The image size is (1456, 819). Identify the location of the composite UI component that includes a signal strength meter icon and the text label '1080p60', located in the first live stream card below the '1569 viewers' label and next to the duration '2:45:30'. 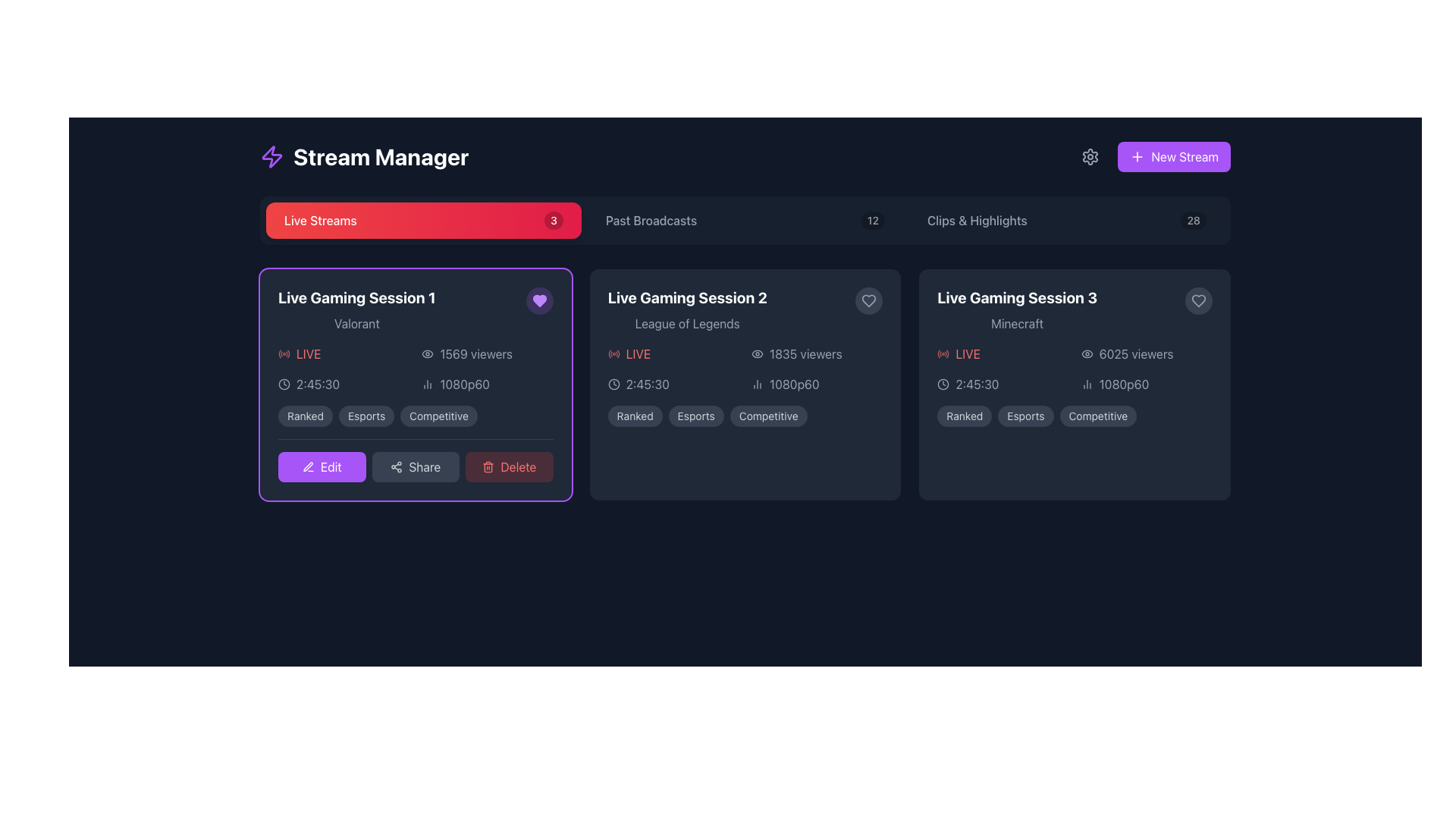
(488, 383).